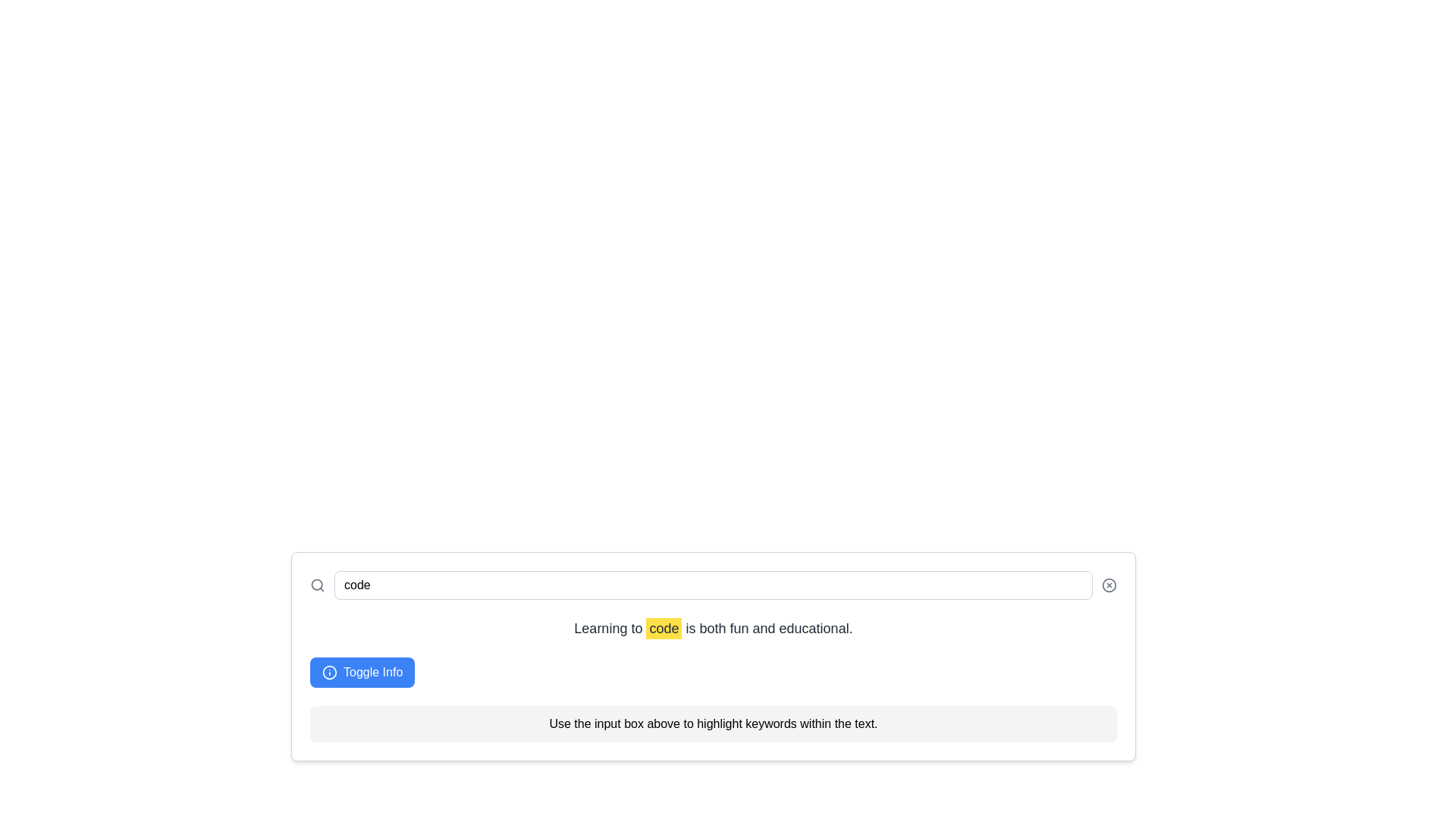 The image size is (1456, 819). I want to click on the circular part of the search icon, so click(316, 584).